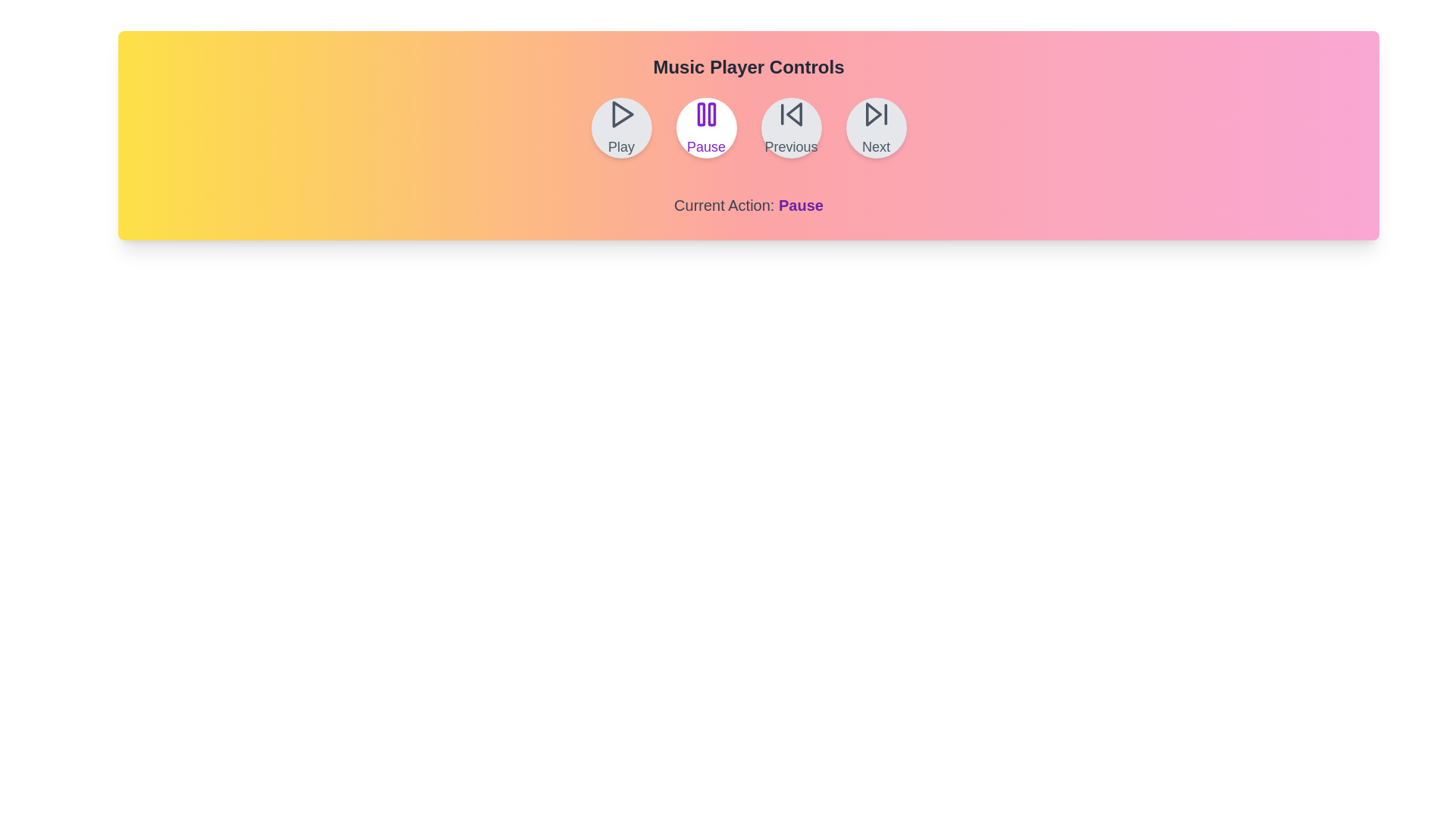  Describe the element at coordinates (621, 127) in the screenshot. I see `the Play button to observe its hover effect` at that location.